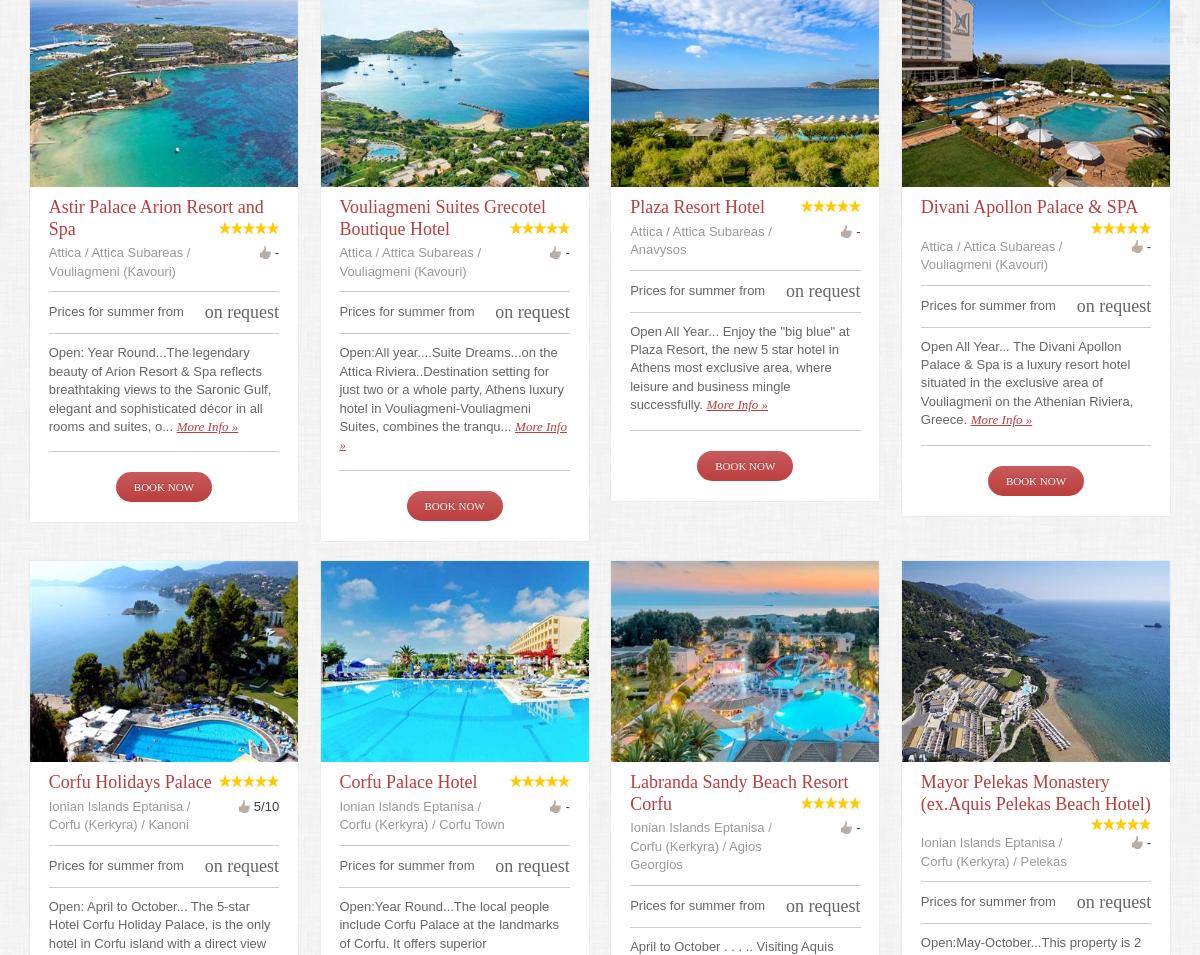 The height and width of the screenshot is (955, 1200). What do you see at coordinates (1029, 207) in the screenshot?
I see `'Divani Apollon Palace & SPA'` at bounding box center [1029, 207].